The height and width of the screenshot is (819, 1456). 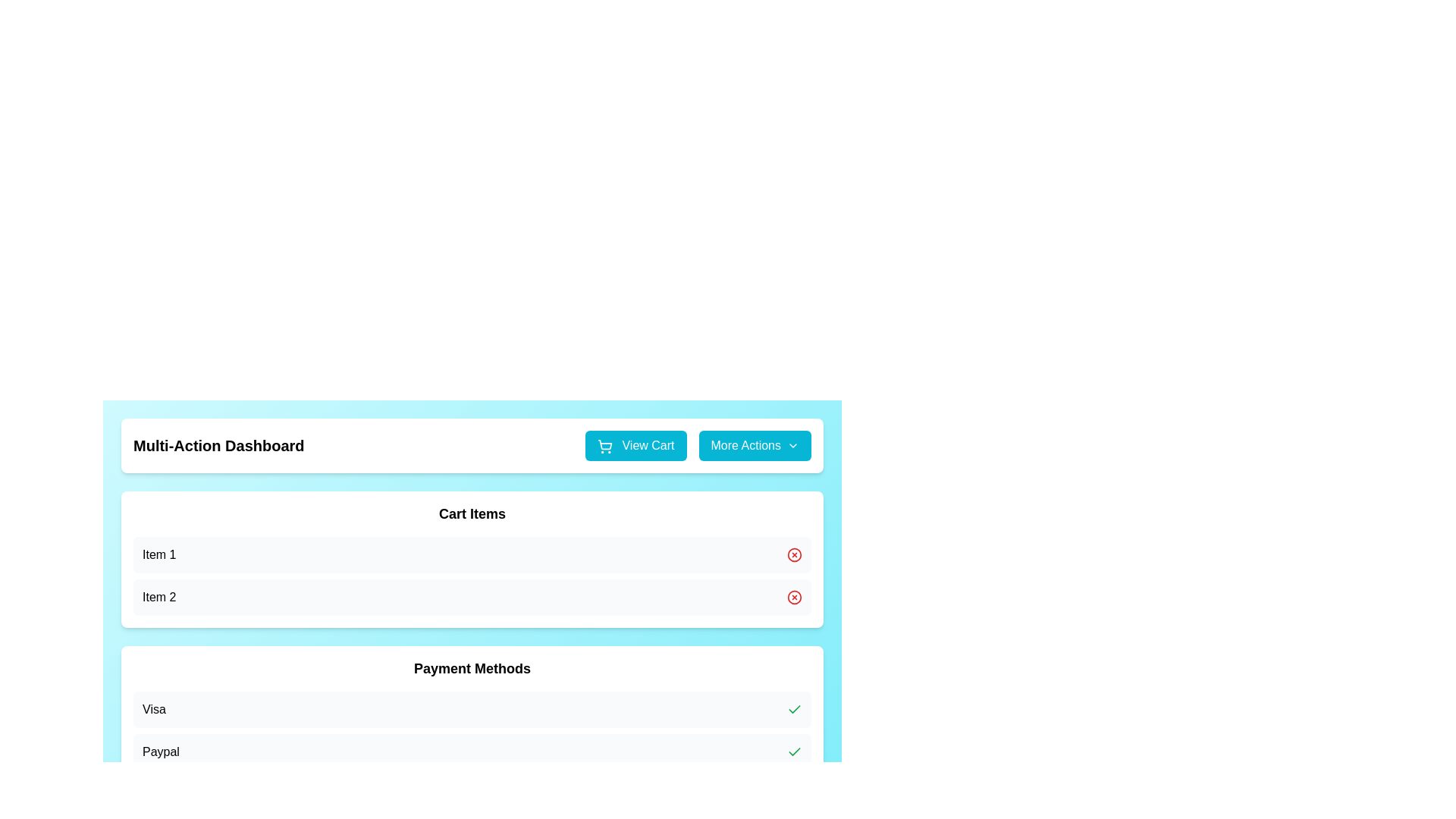 What do you see at coordinates (472, 752) in the screenshot?
I see `the 'Paypal' button-like element` at bounding box center [472, 752].